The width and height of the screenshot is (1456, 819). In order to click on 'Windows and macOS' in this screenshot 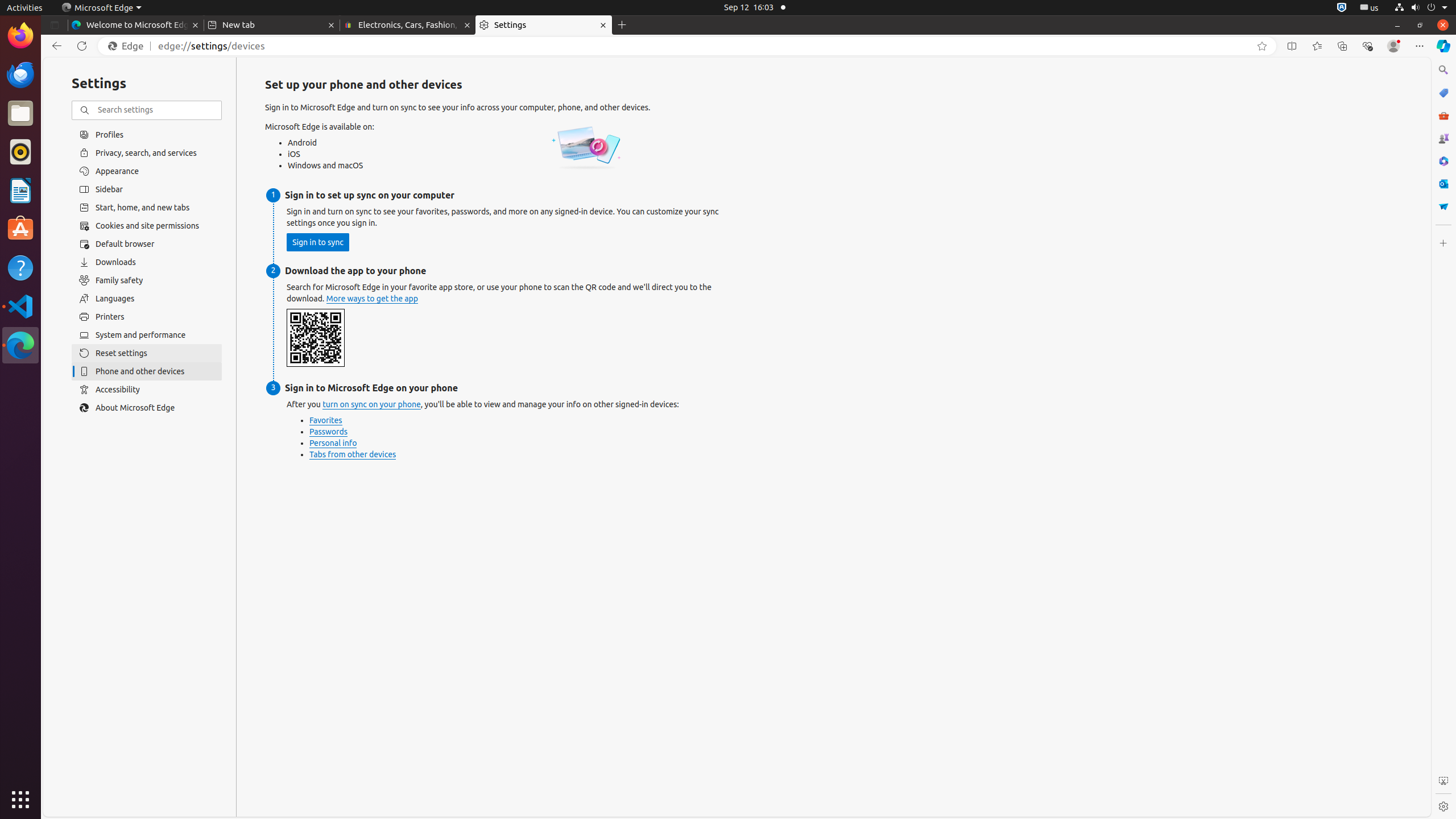, I will do `click(328, 166)`.